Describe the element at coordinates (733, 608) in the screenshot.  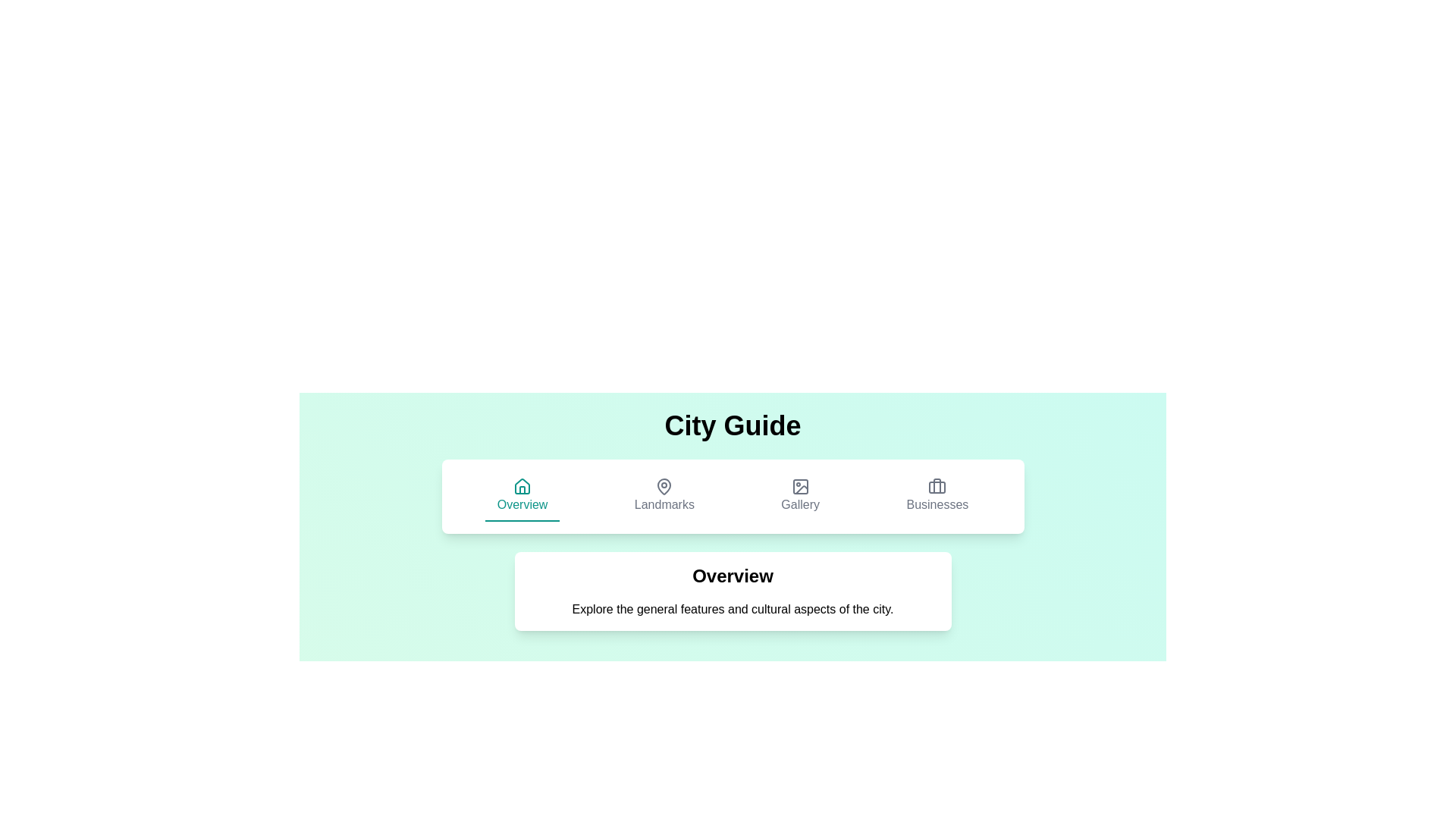
I see `descriptive text label located below the 'Overview' header that states 'Explore the general features and cultural aspects of the city.'` at that location.